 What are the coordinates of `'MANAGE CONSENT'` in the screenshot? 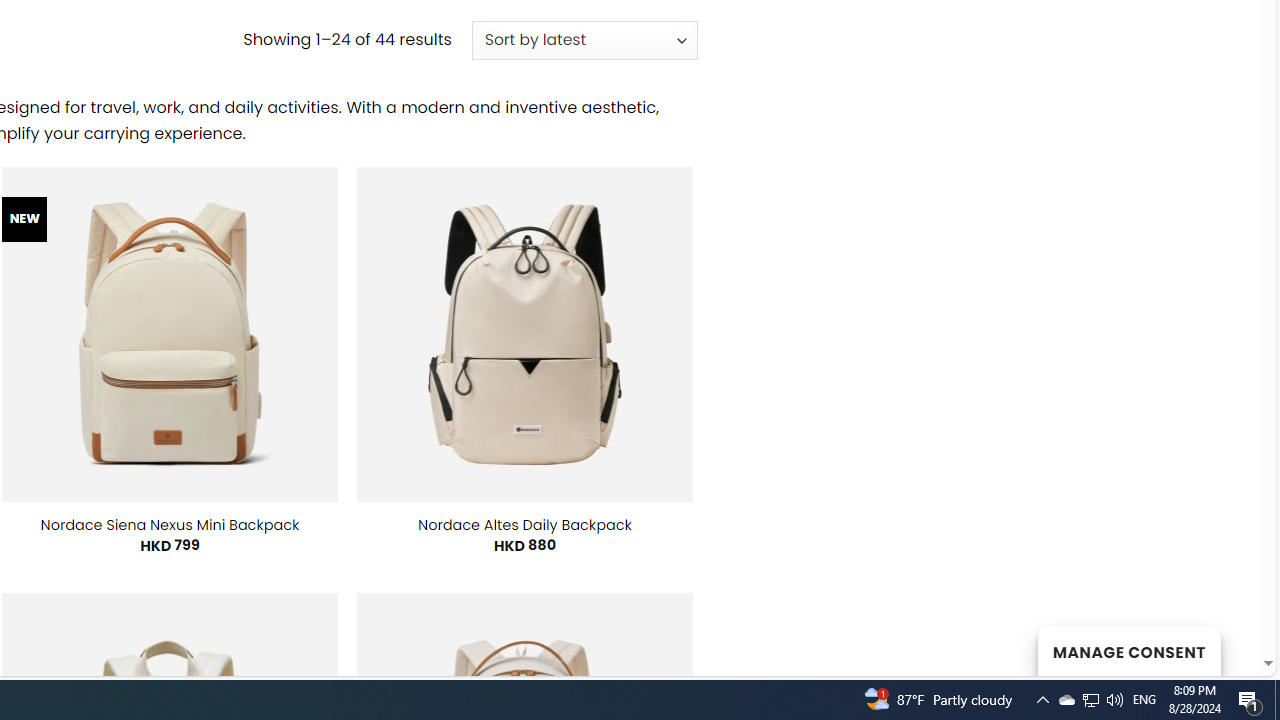 It's located at (1128, 650).